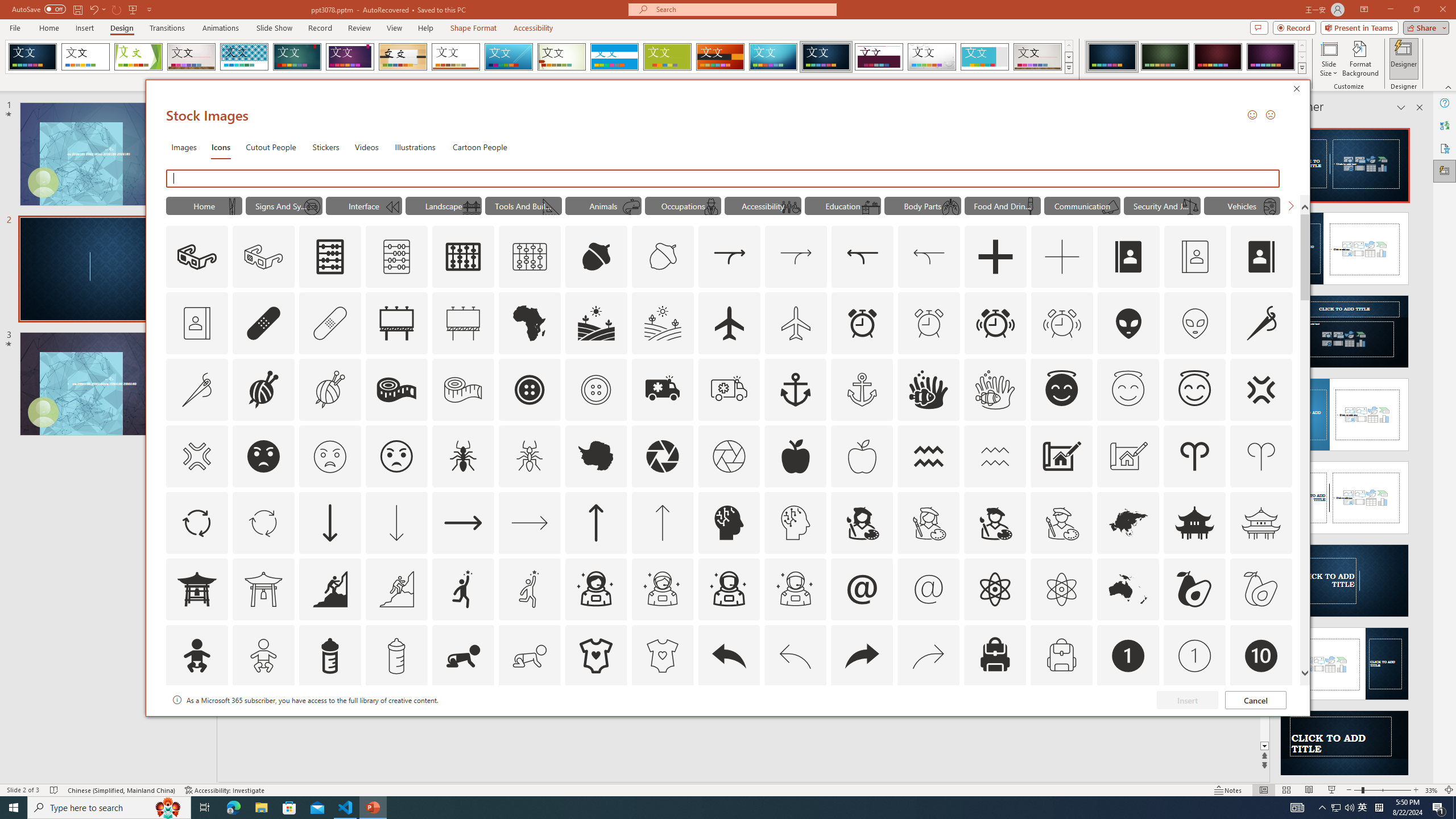  Describe the element at coordinates (1217, 56) in the screenshot. I see `'Damask Variant 3'` at that location.